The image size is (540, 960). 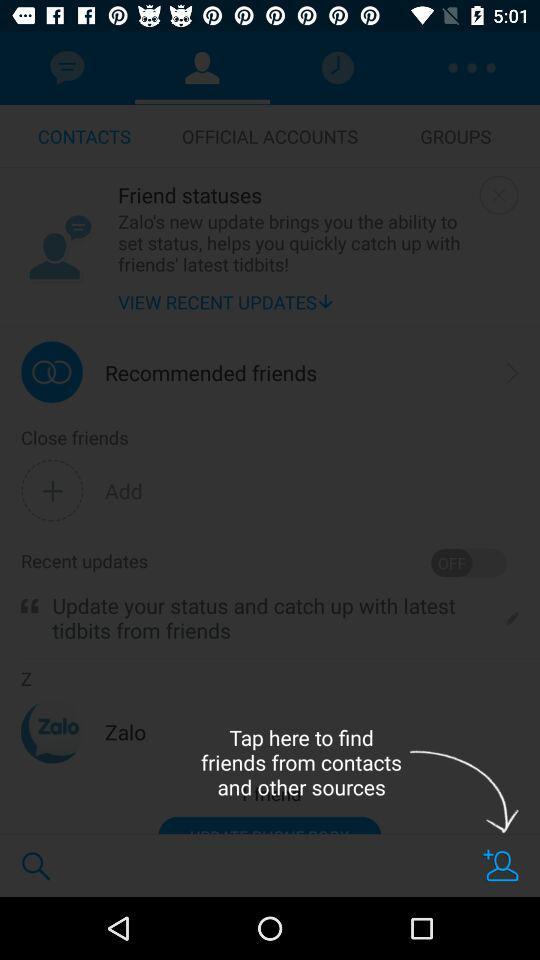 What do you see at coordinates (513, 371) in the screenshot?
I see `icon to the right of the recommended friends icon` at bounding box center [513, 371].